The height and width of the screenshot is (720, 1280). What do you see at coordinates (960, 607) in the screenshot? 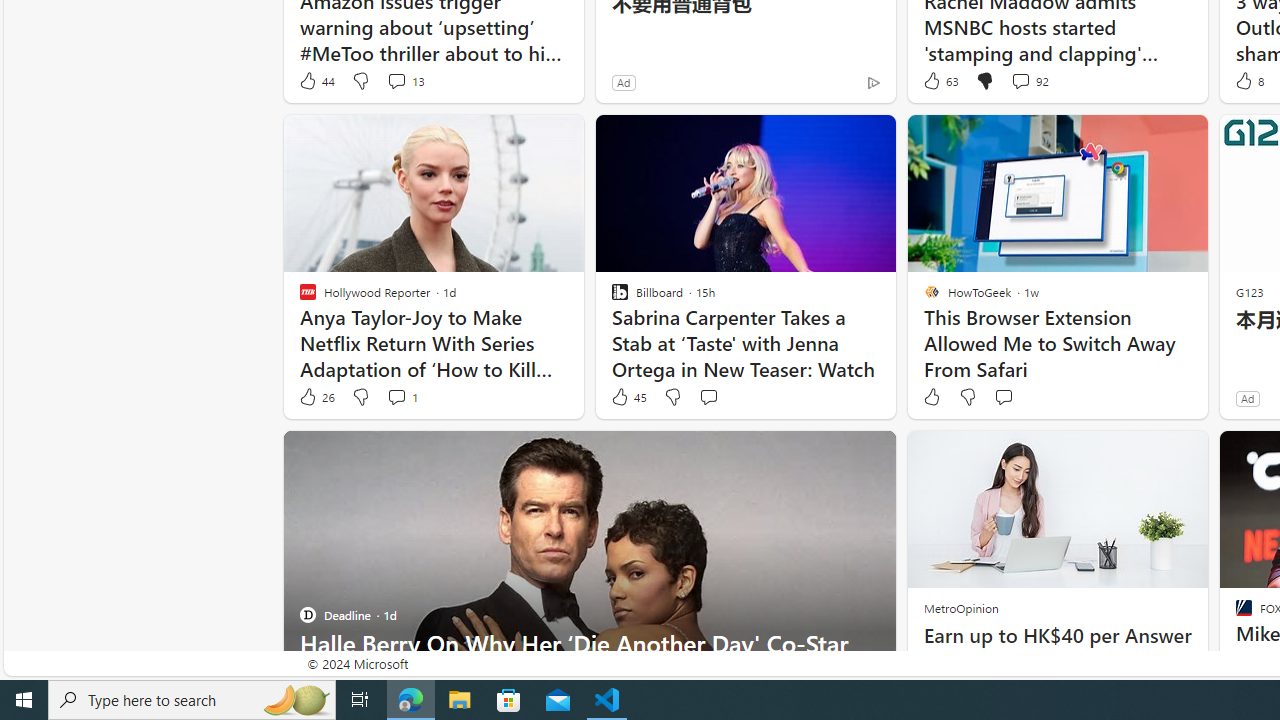
I see `'MetroOpinion'` at bounding box center [960, 607].